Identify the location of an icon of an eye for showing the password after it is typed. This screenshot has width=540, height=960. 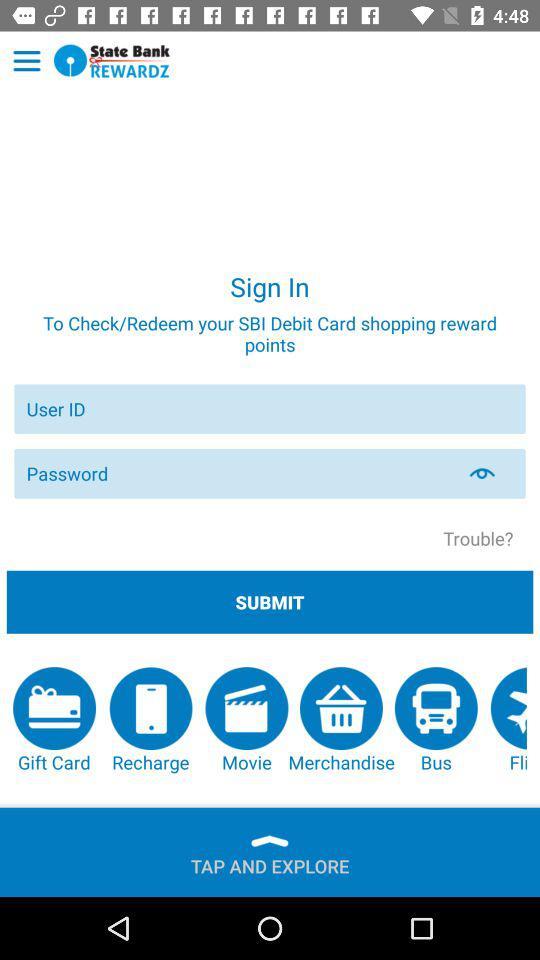
(493, 473).